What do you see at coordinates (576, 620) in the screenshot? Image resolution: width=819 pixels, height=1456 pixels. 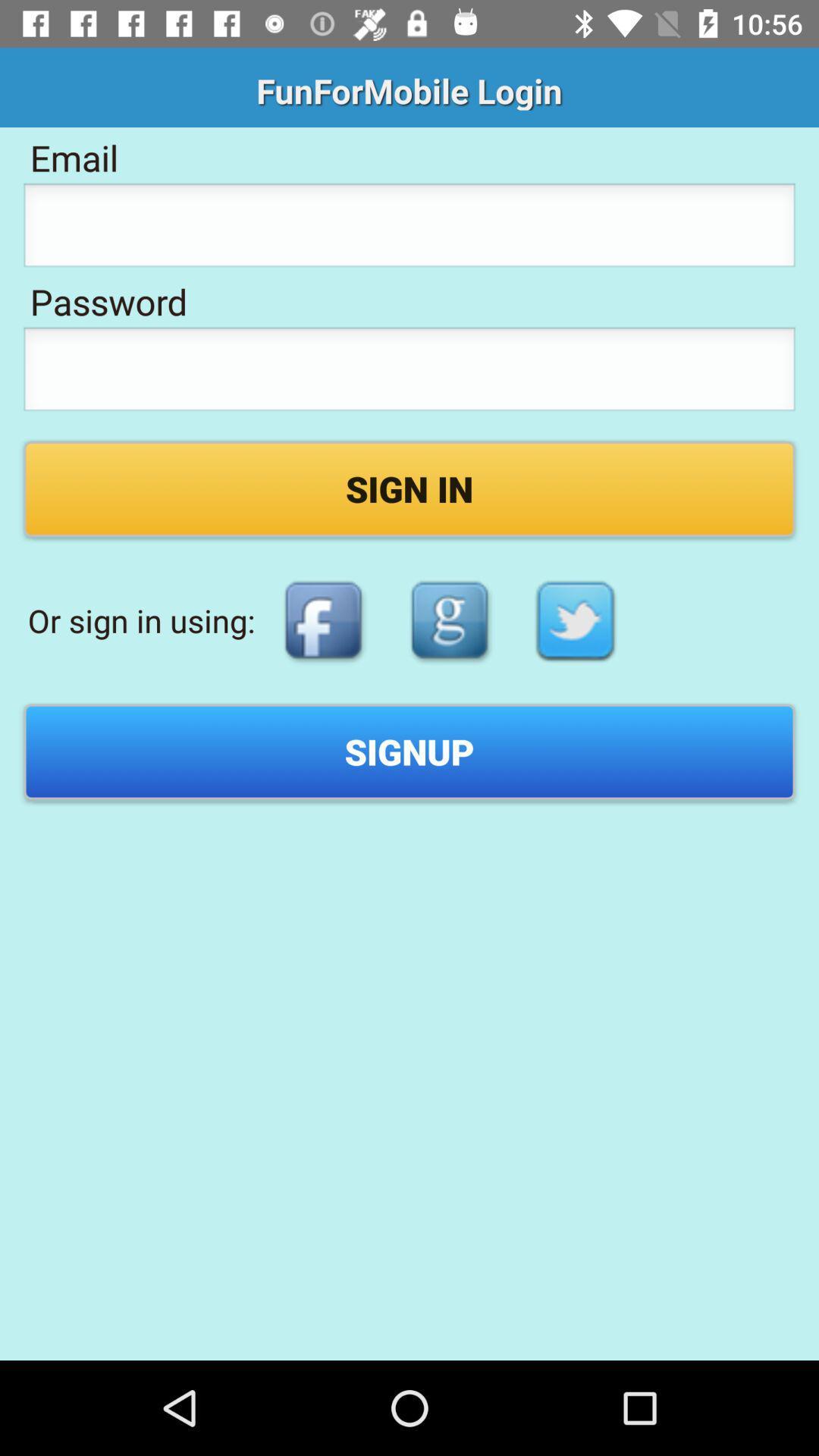 I see `icon below sign in item` at bounding box center [576, 620].